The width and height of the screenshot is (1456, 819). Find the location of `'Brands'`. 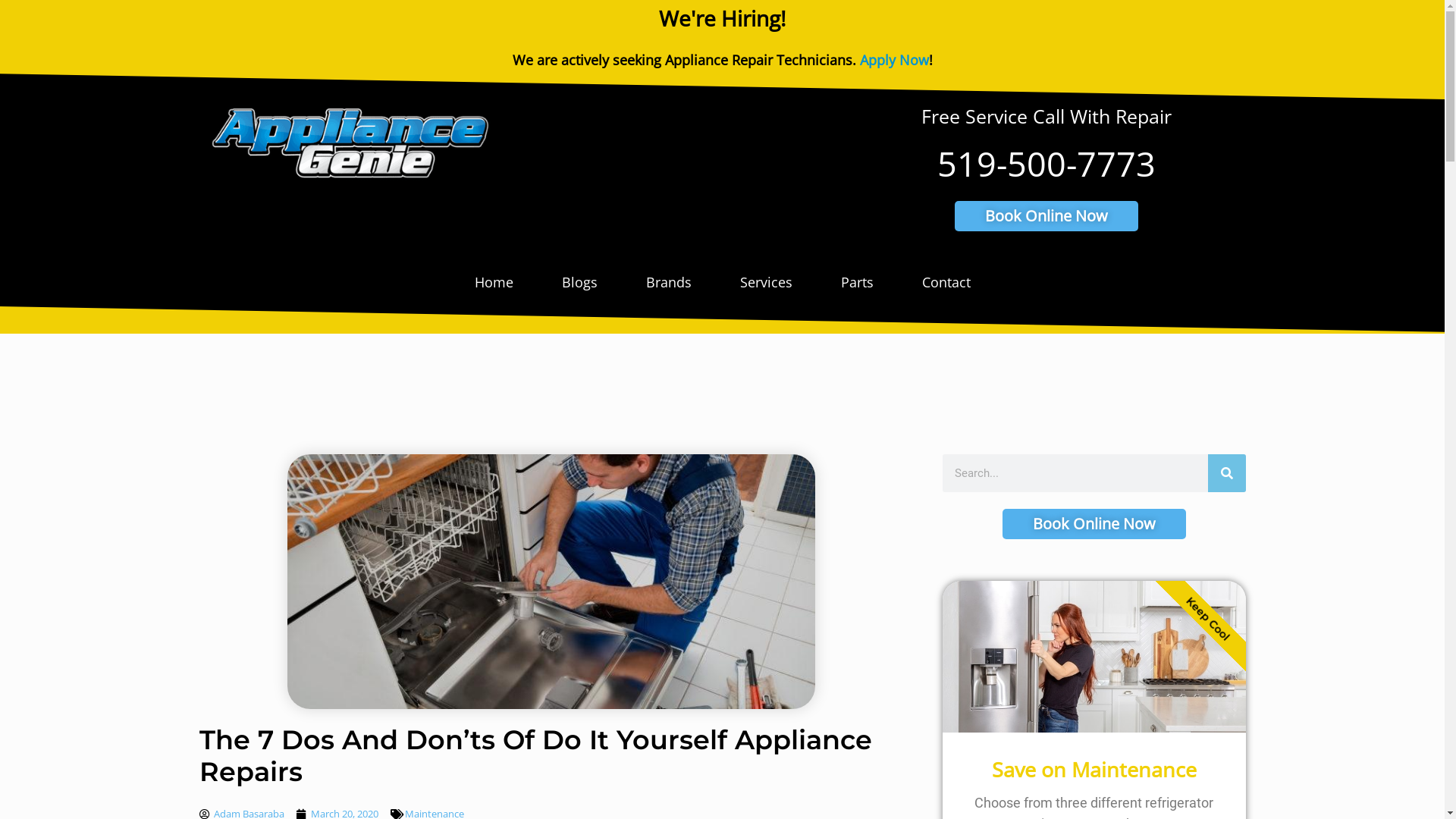

'Brands' is located at coordinates (668, 281).